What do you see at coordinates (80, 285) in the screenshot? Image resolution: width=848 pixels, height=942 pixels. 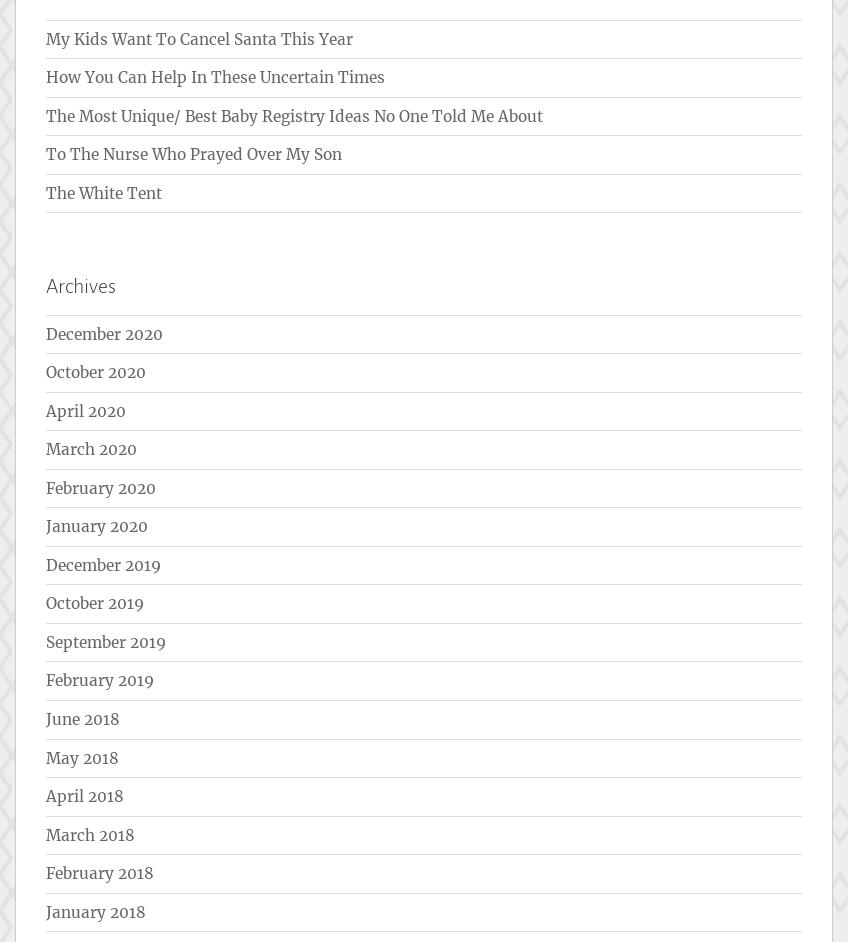 I see `'Archives'` at bounding box center [80, 285].